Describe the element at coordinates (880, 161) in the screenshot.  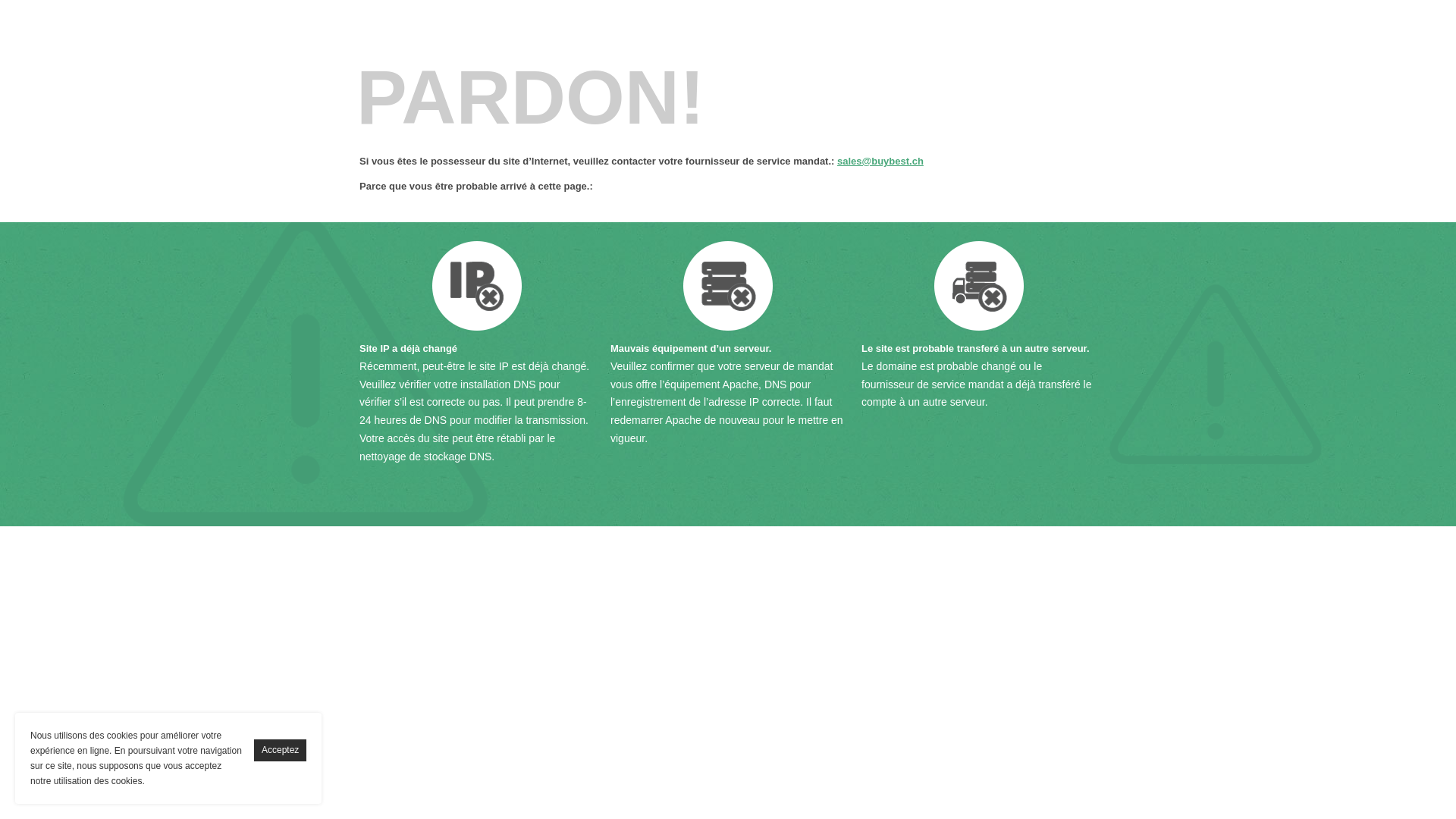
I see `'sales@buybest.ch'` at that location.